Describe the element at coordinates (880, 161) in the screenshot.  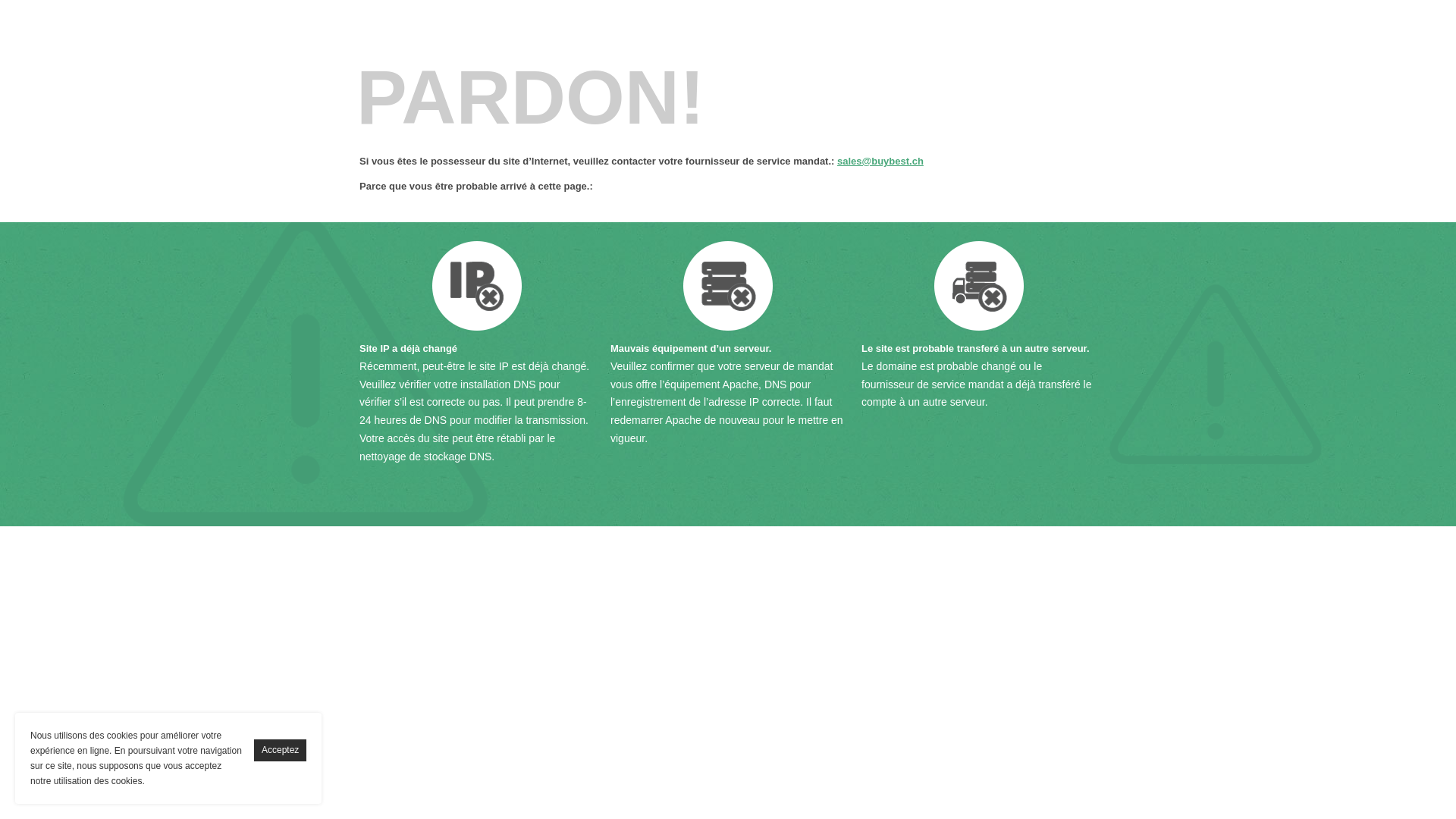
I see `'sales@buybest.ch'` at that location.